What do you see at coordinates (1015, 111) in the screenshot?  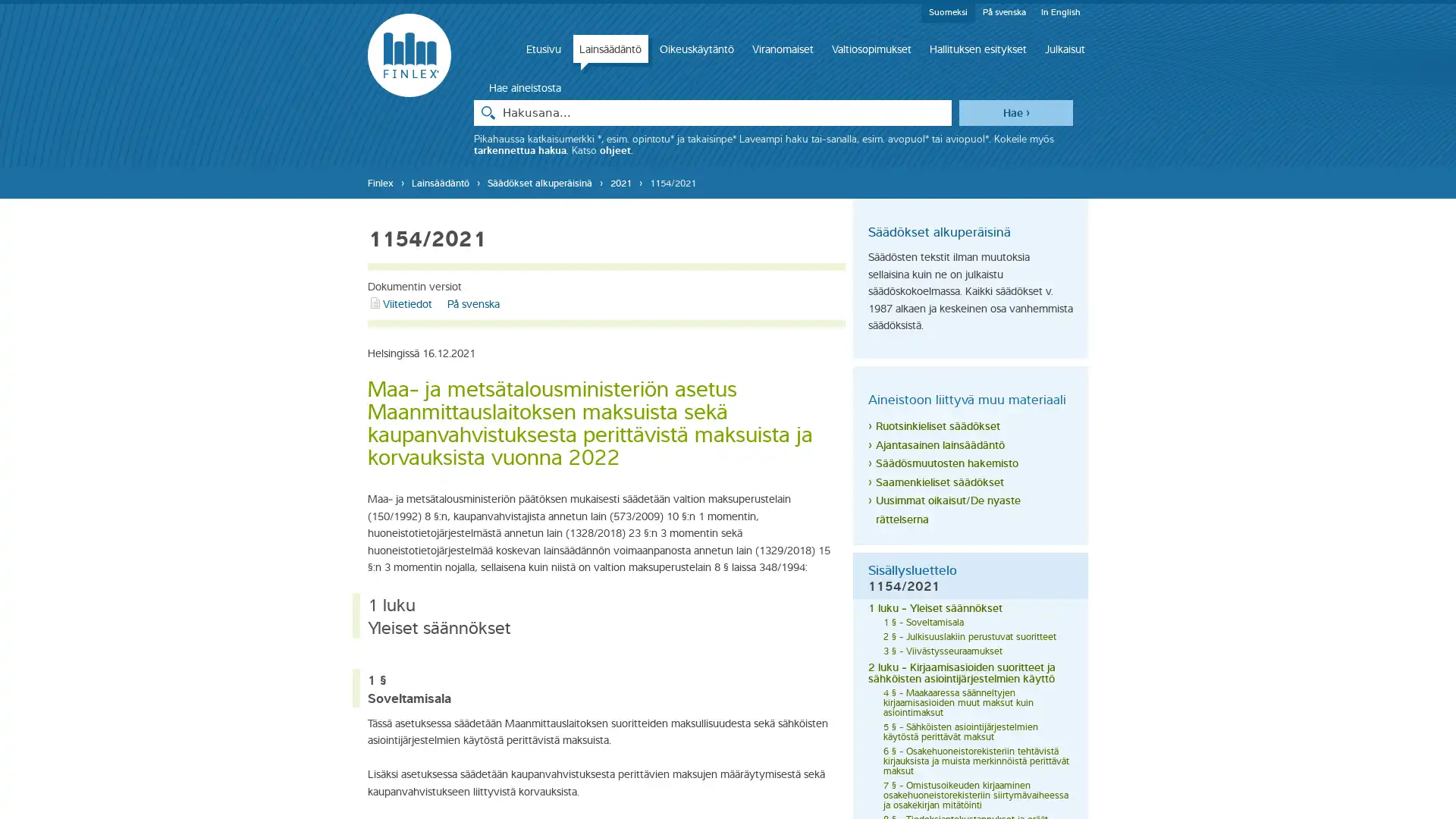 I see `Hae` at bounding box center [1015, 111].